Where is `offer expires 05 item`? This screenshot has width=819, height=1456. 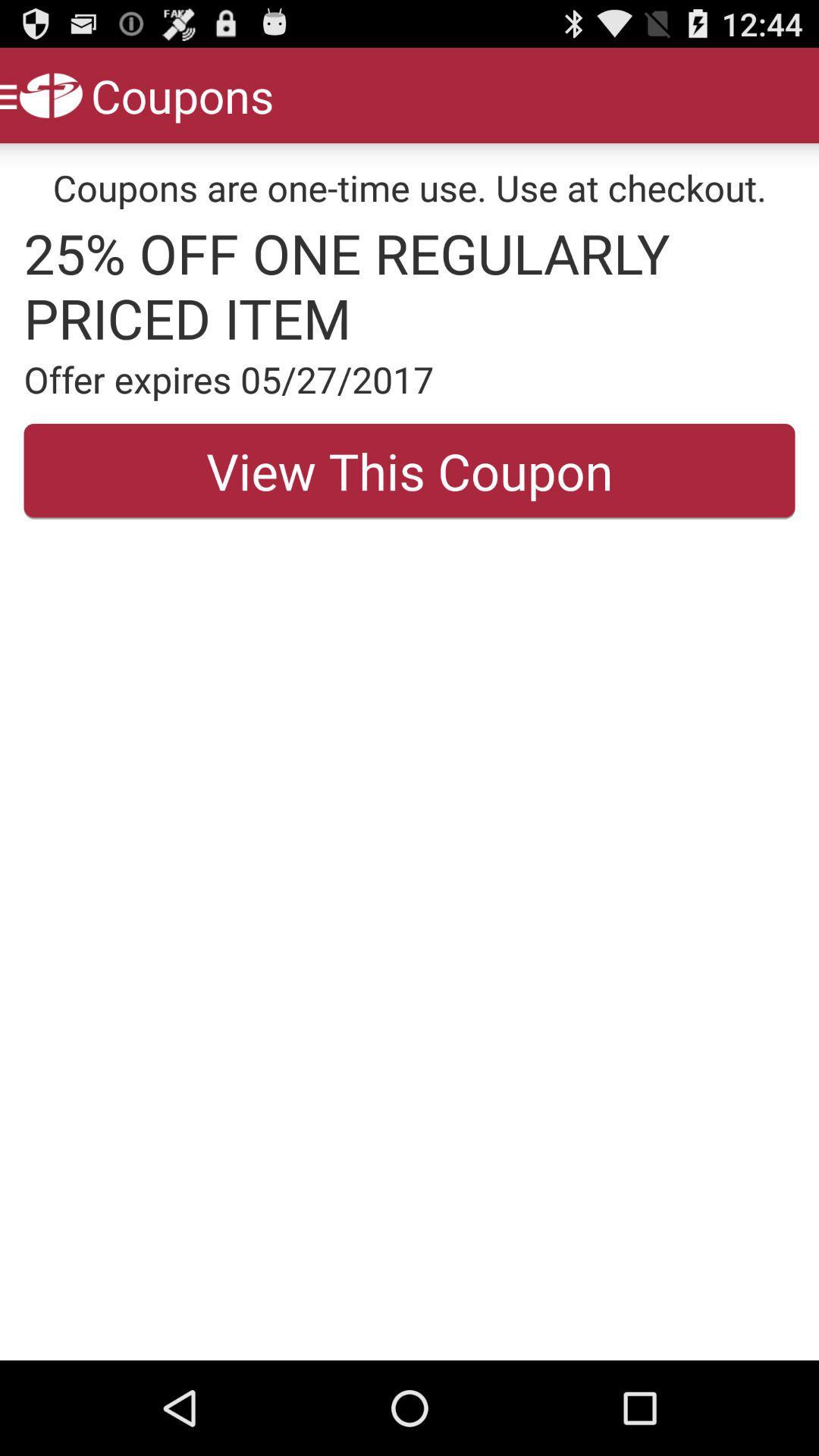 offer expires 05 item is located at coordinates (409, 379).